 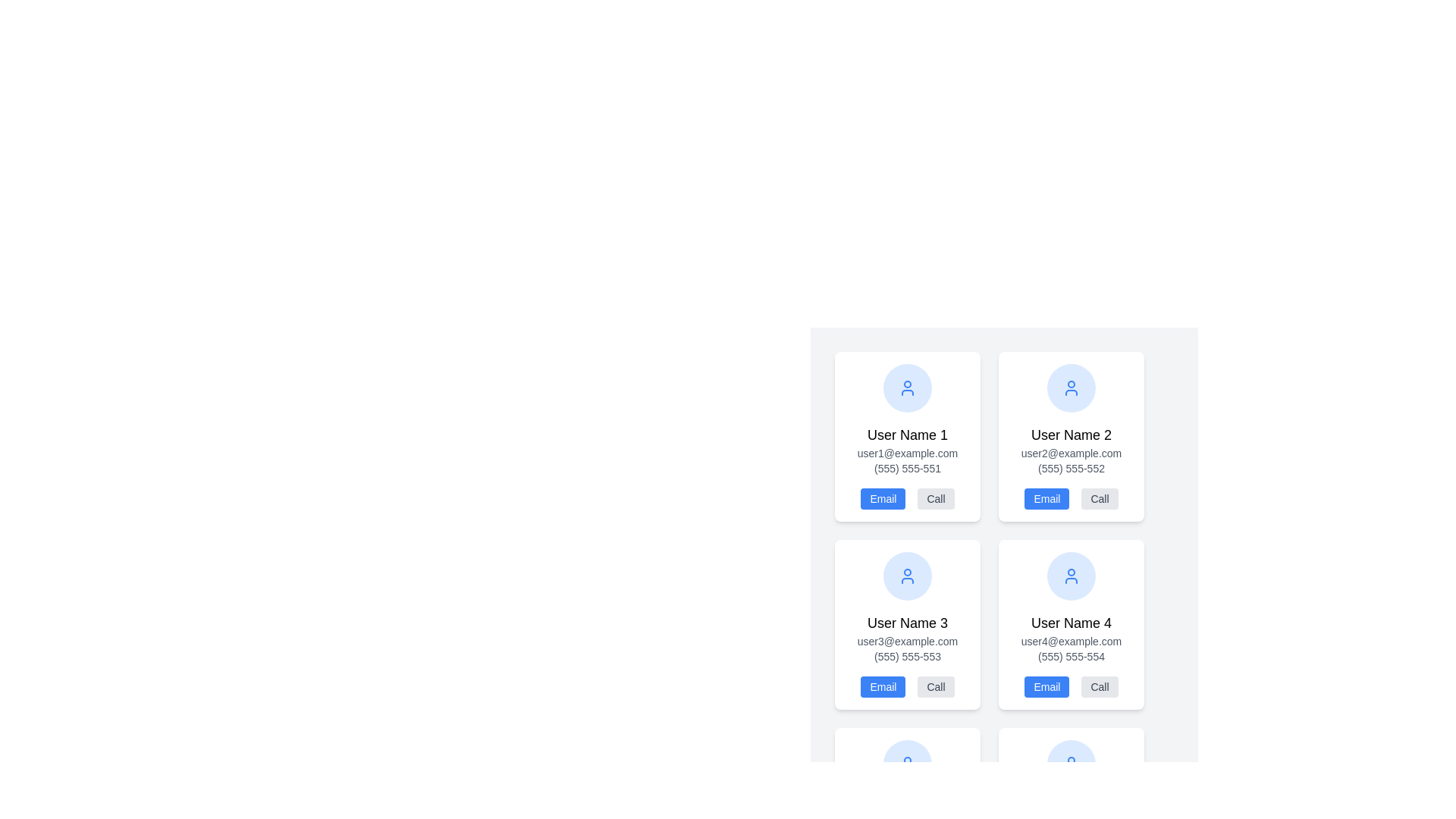 What do you see at coordinates (1100, 687) in the screenshot?
I see `the 'Call' button, which is a small, horizontally rectangular button with a rounded border and light gray background, located next to the 'Email' button in the contact card for 'User Name 4'` at bounding box center [1100, 687].